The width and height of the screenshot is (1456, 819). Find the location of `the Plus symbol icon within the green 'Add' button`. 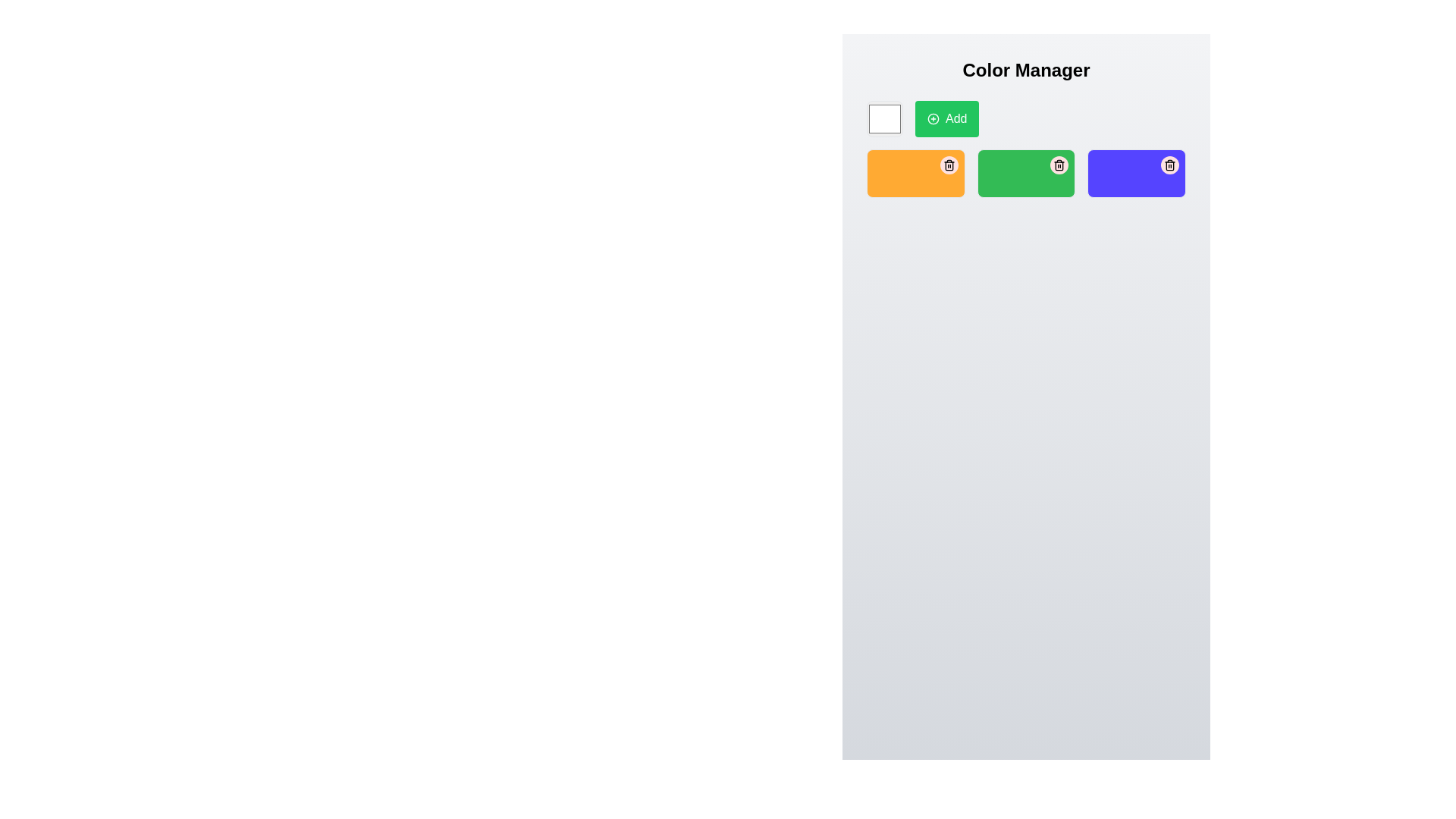

the Plus symbol icon within the green 'Add' button is located at coordinates (932, 118).